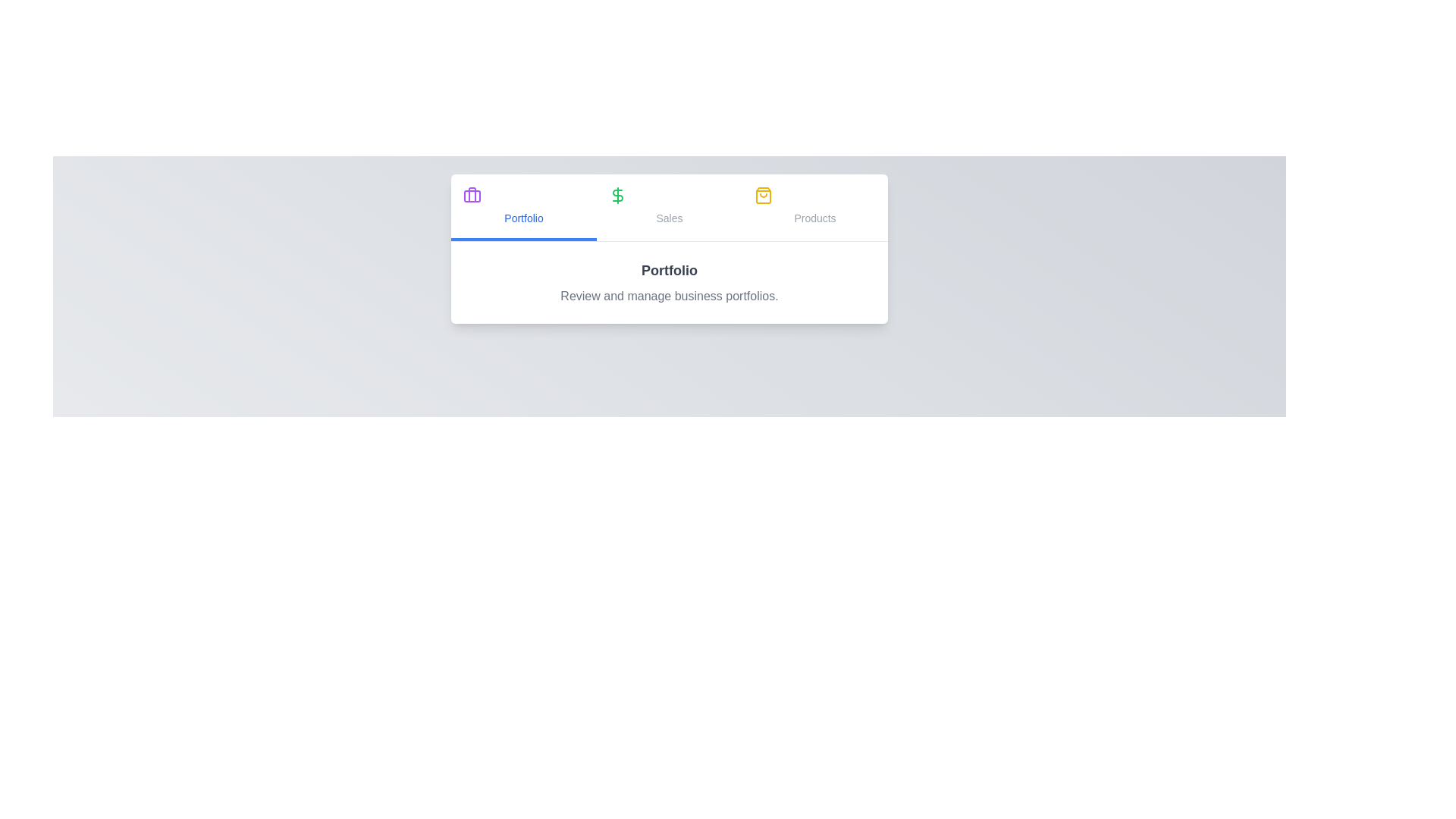 This screenshot has height=819, width=1456. I want to click on the Products tab, so click(814, 207).